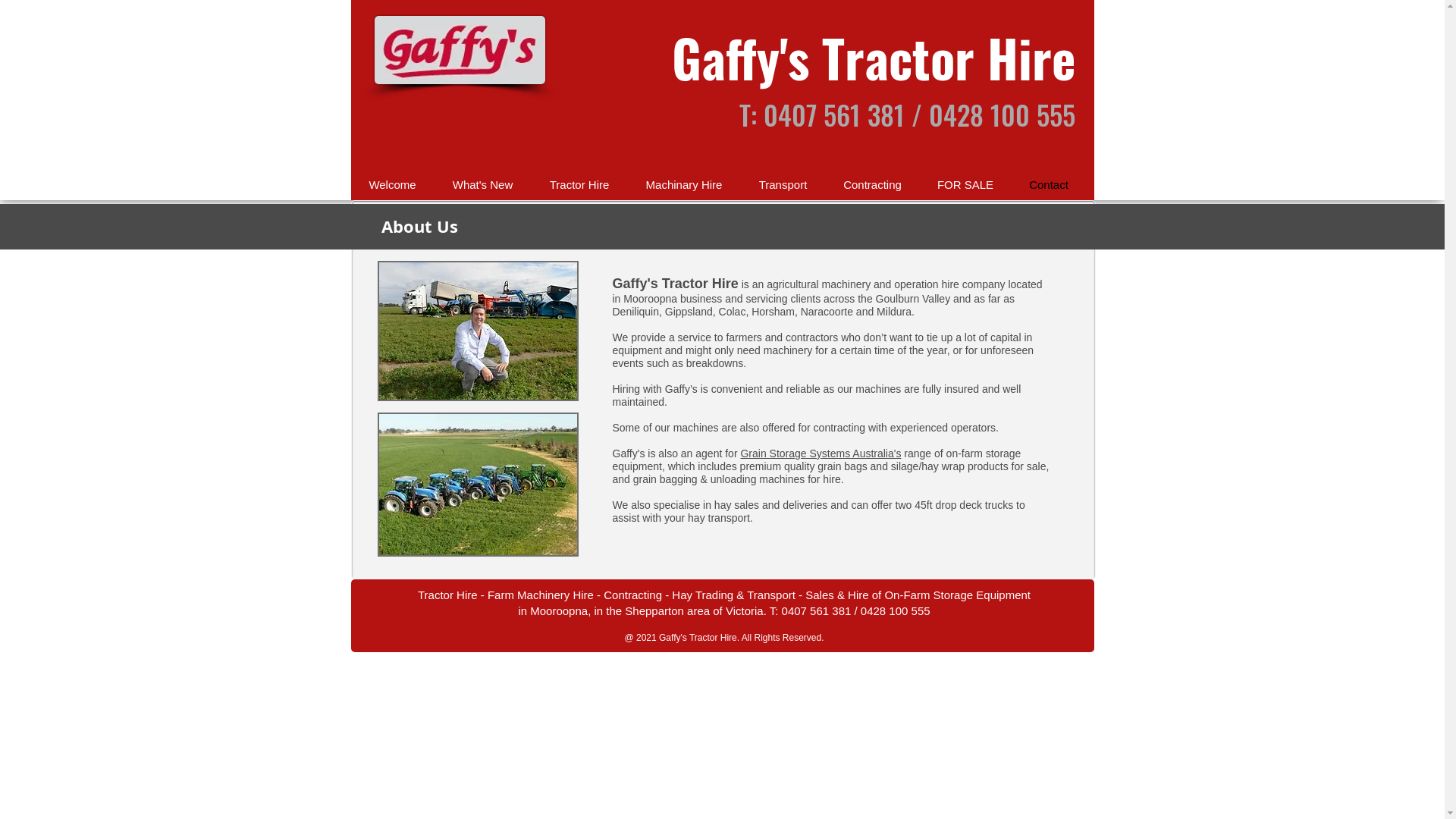  I want to click on 'Tractor Hire', so click(531, 184).